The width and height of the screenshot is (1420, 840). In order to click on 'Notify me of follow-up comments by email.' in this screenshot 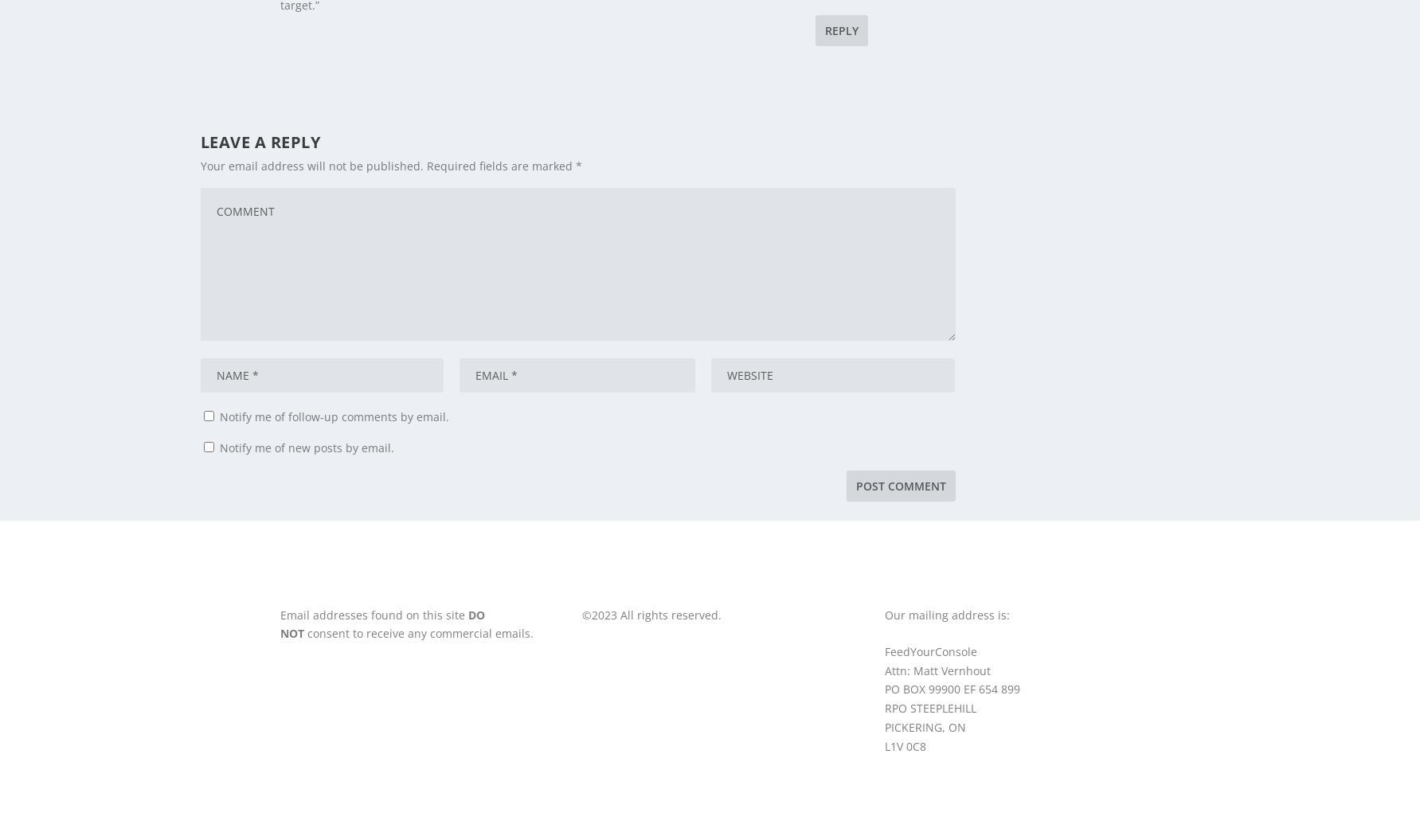, I will do `click(334, 416)`.